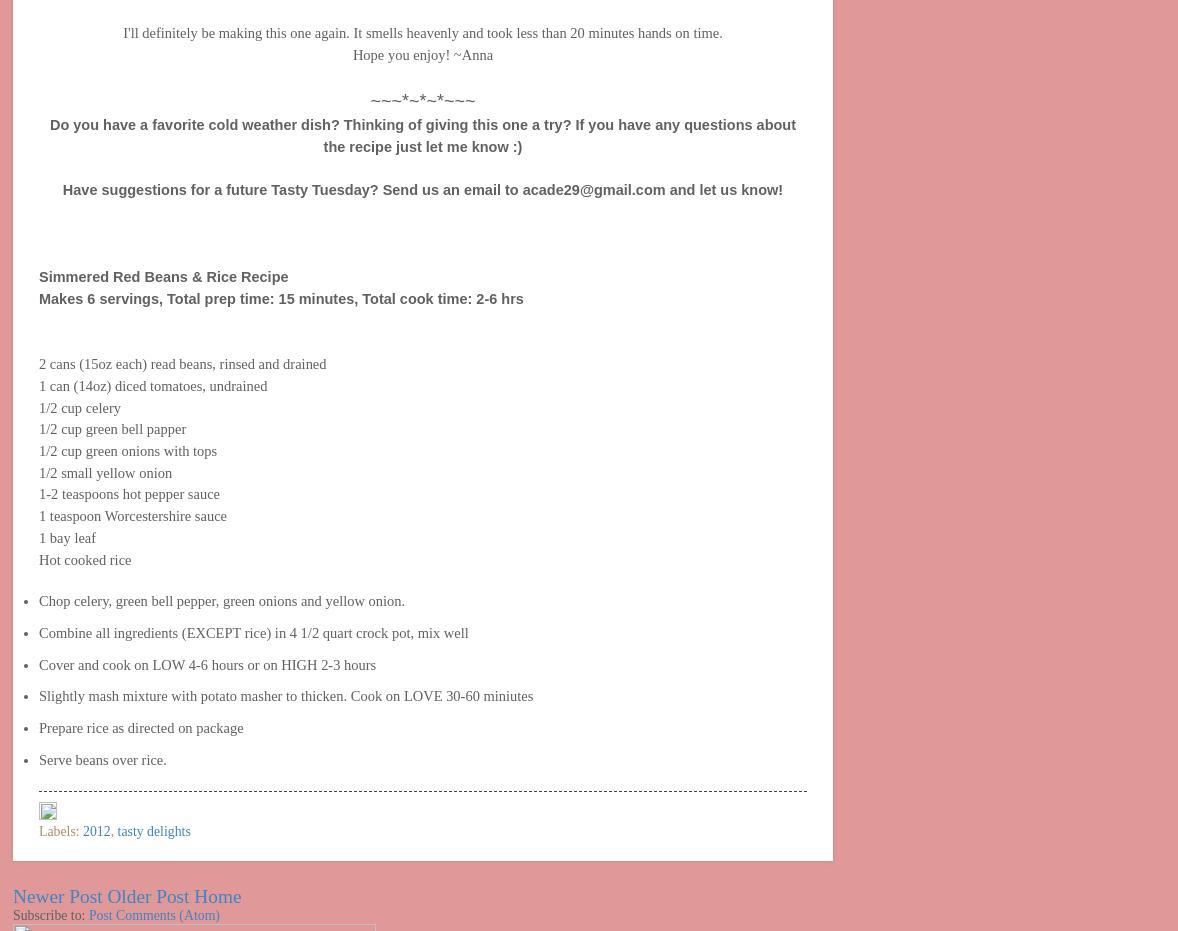  What do you see at coordinates (206, 663) in the screenshot?
I see `'Cover and cook on LOW 4-6 hours or on HIGH 2-3 hours'` at bounding box center [206, 663].